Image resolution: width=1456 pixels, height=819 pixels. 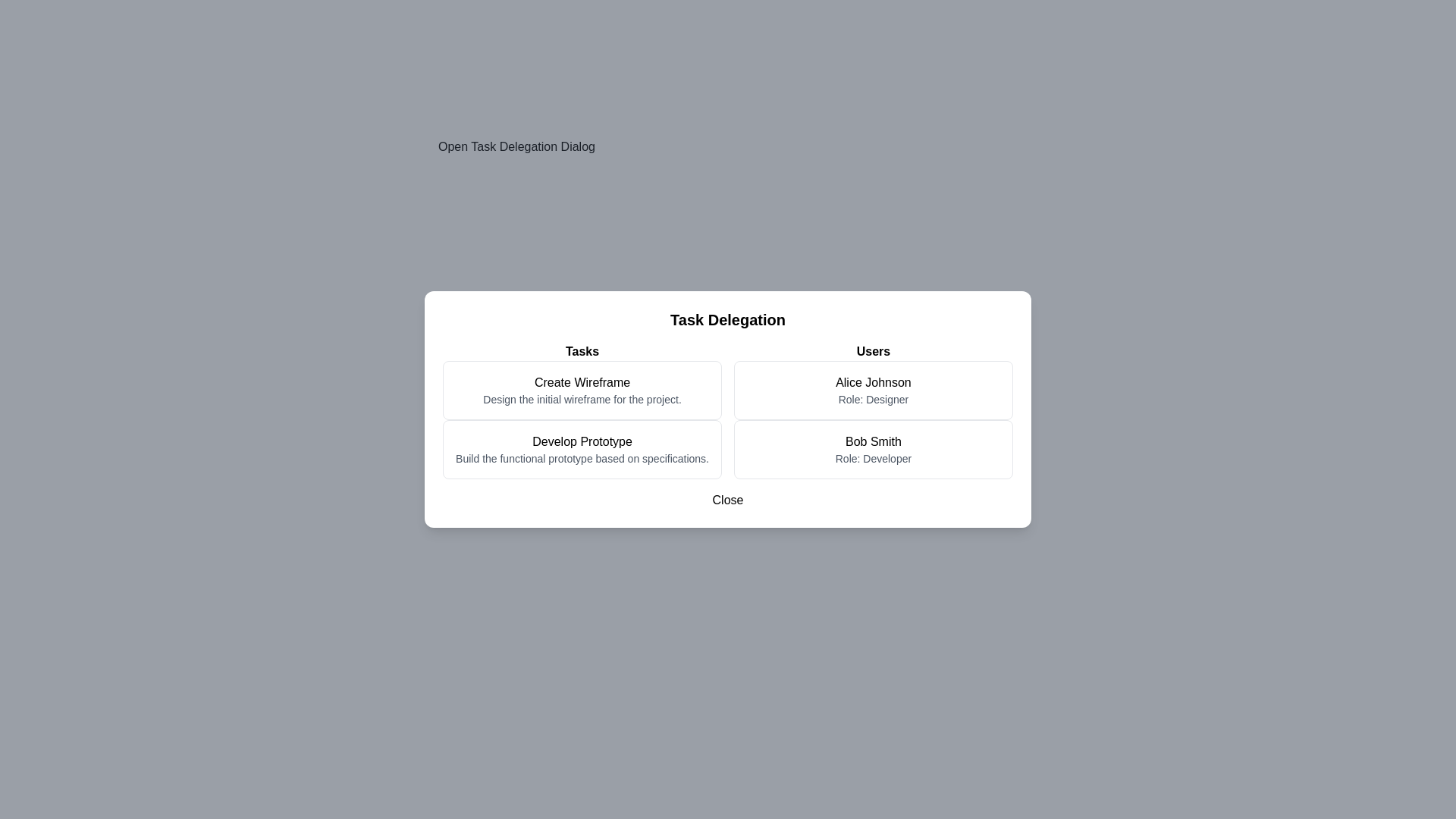 I want to click on the task 'Develop Prototype' from the list, so click(x=582, y=449).